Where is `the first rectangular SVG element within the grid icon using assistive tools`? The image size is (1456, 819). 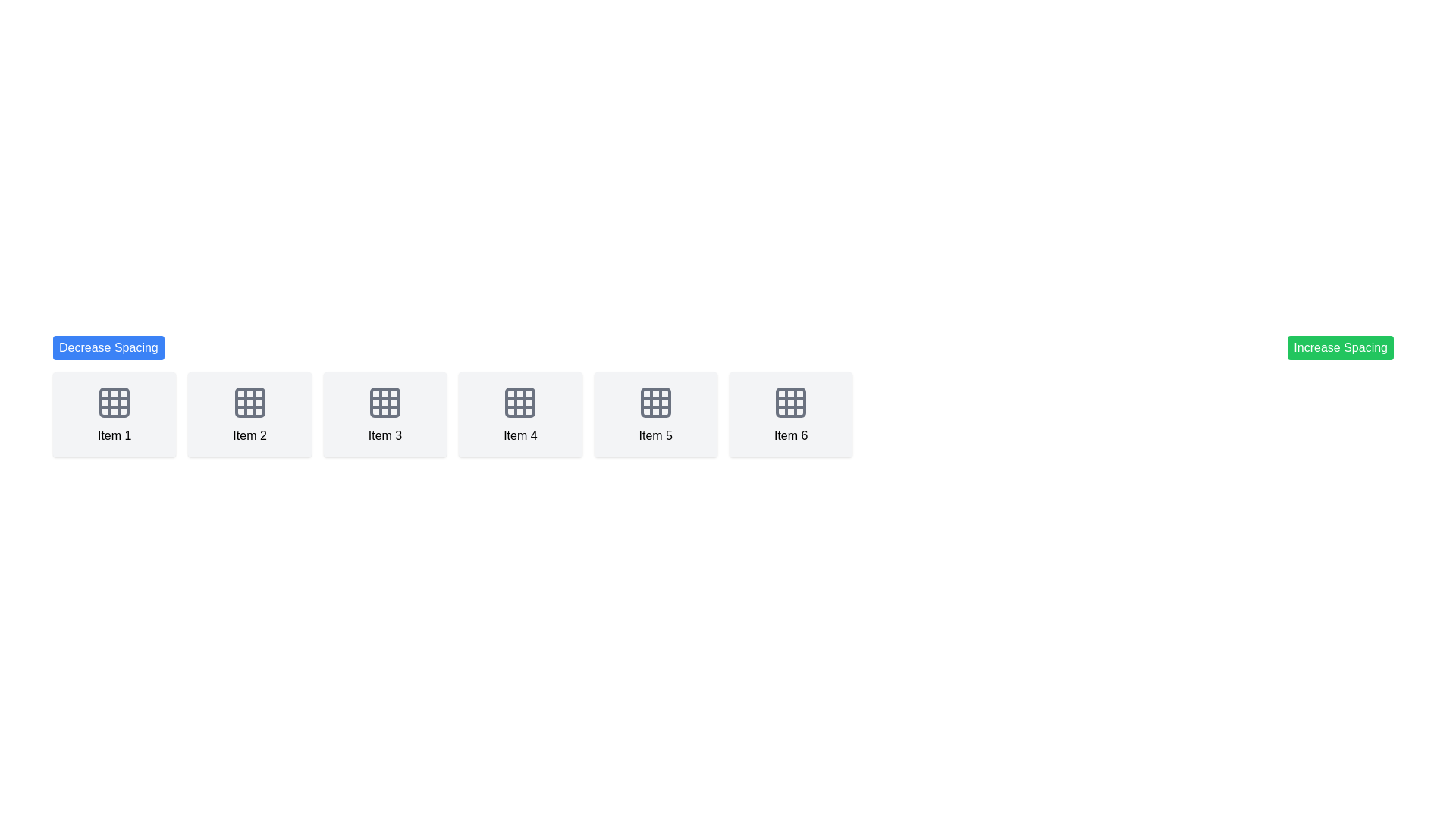 the first rectangular SVG element within the grid icon using assistive tools is located at coordinates (114, 402).